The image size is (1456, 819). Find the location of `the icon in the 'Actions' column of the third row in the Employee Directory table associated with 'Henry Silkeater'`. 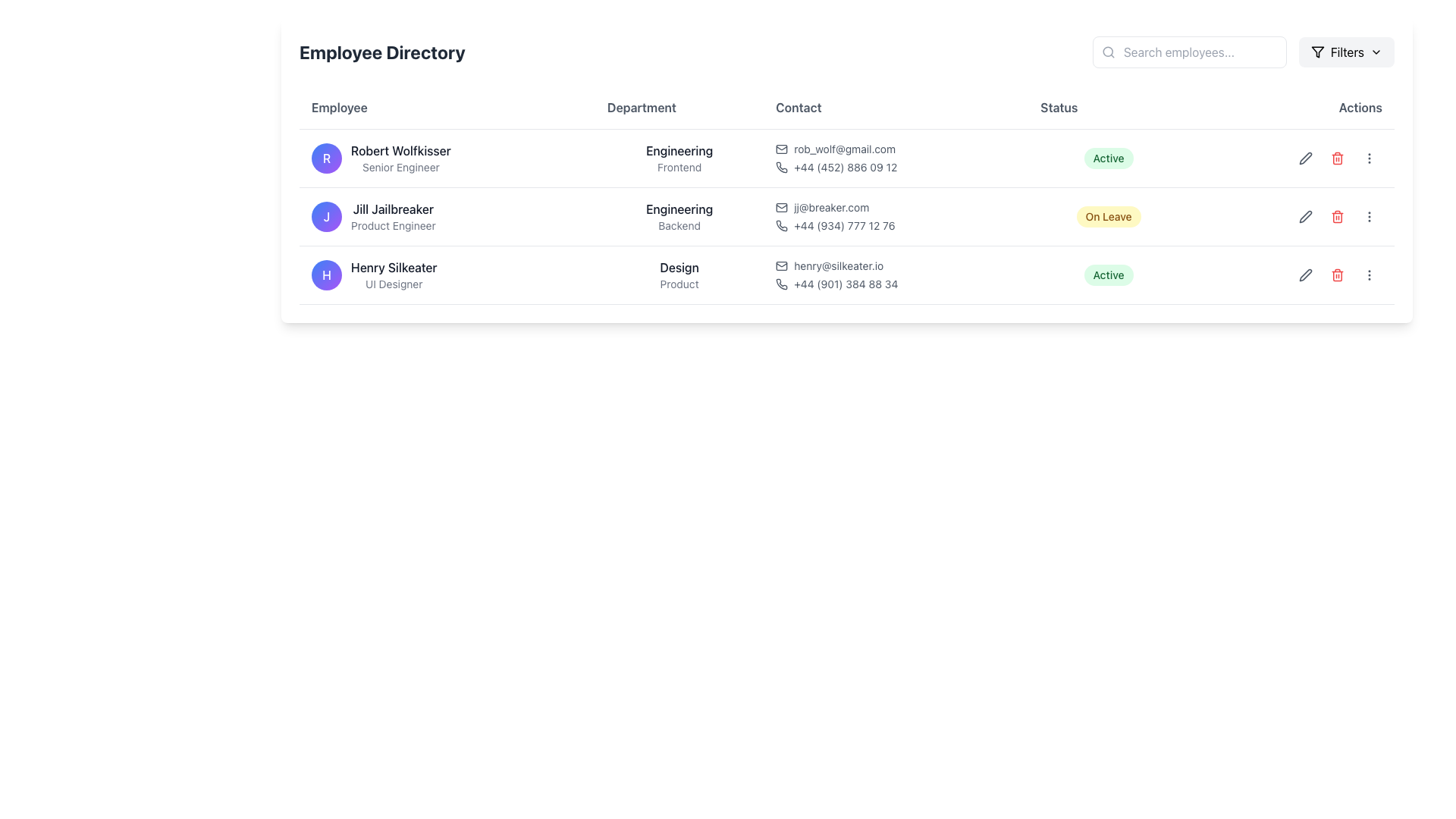

the icon in the 'Actions' column of the third row in the Employee Directory table associated with 'Henry Silkeater' is located at coordinates (1369, 275).